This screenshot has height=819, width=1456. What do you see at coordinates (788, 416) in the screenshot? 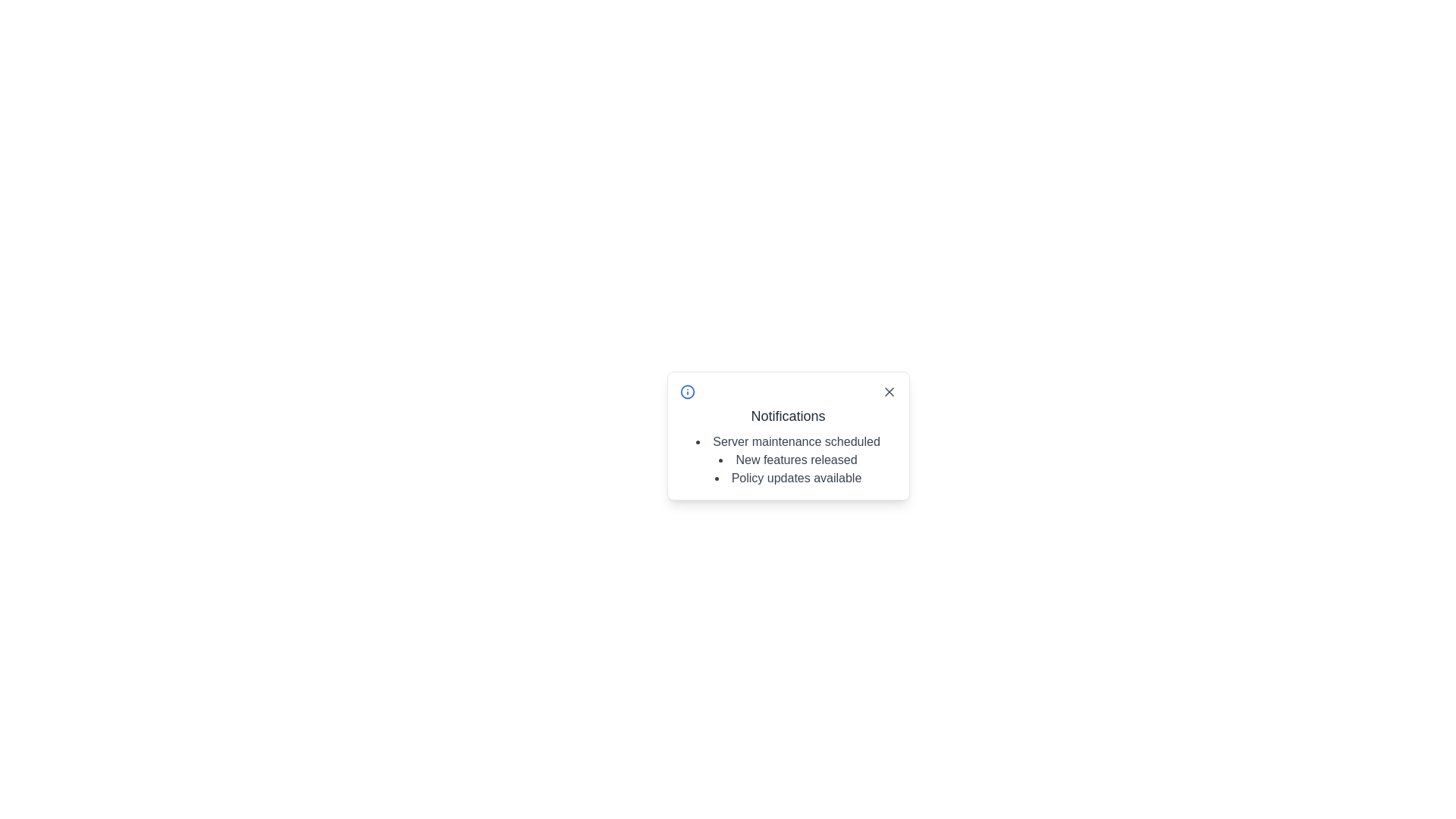
I see `the title or header text element at the top of the notification panel, which clearly separates itself from the list of notifications below` at bounding box center [788, 416].